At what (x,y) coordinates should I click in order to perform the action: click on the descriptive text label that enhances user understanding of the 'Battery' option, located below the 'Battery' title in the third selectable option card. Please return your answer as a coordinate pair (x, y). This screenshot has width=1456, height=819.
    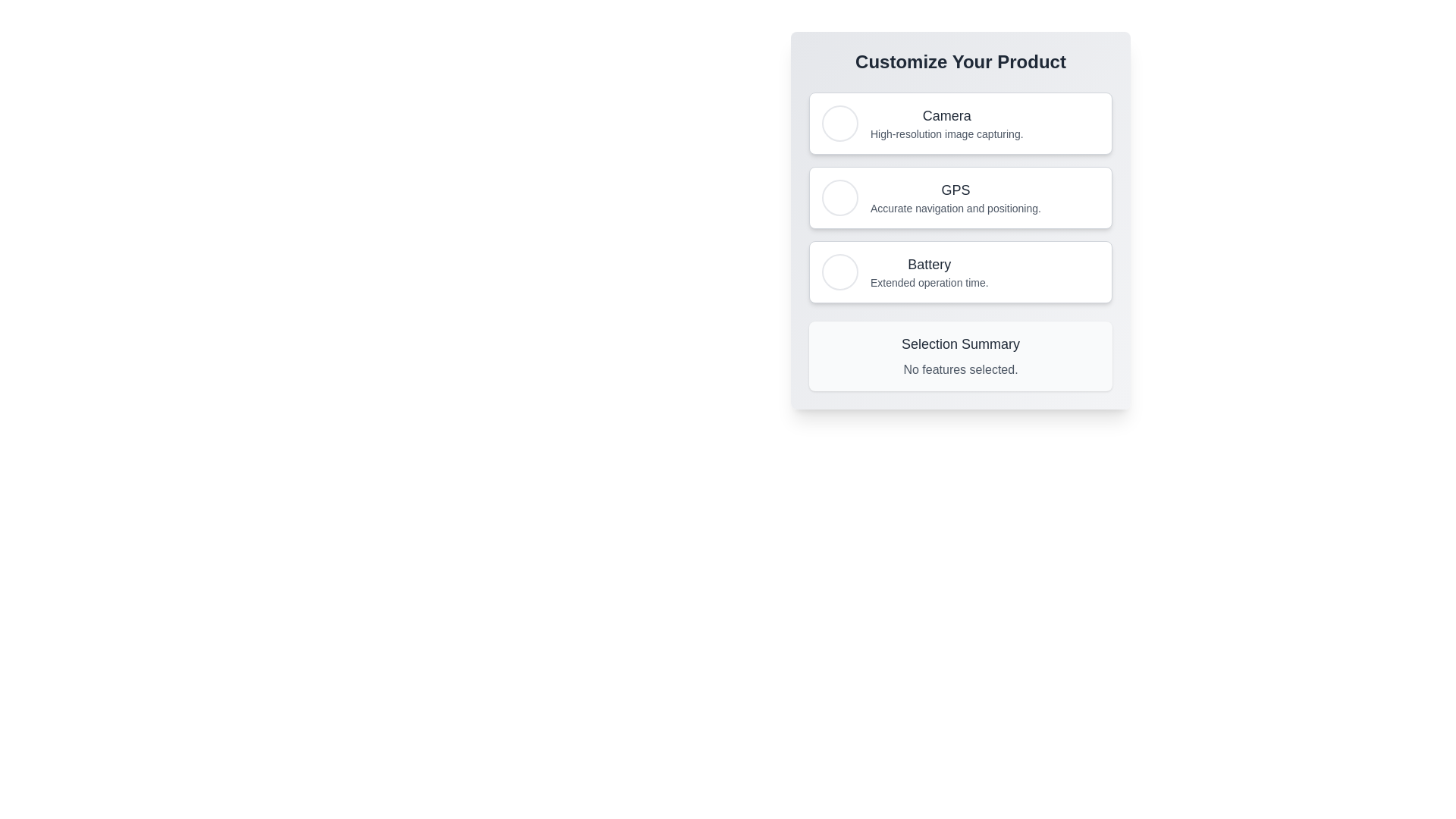
    Looking at the image, I should click on (928, 283).